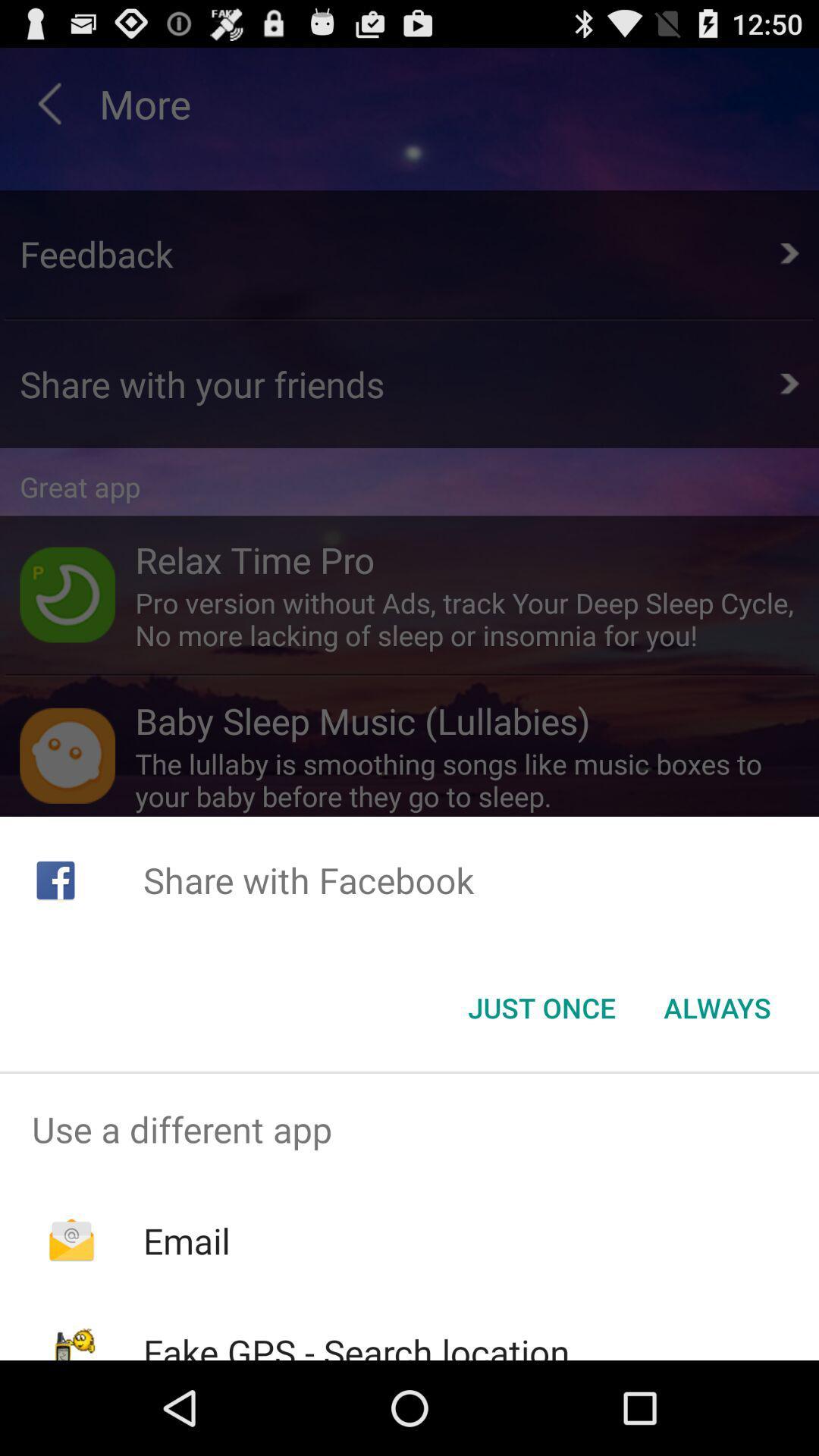 This screenshot has width=819, height=1456. What do you see at coordinates (717, 1008) in the screenshot?
I see `the always icon` at bounding box center [717, 1008].